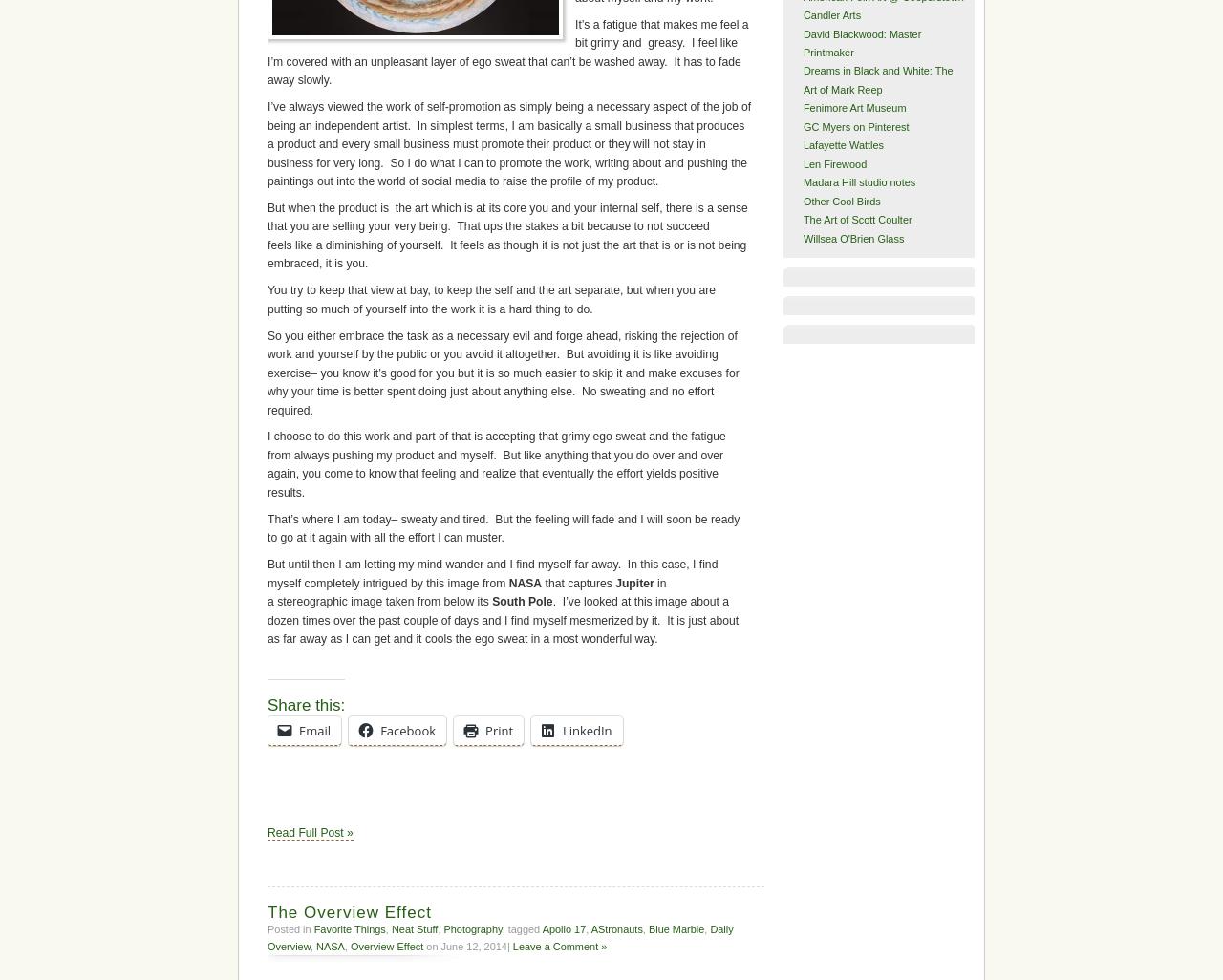 The image size is (1223, 980). Describe the element at coordinates (831, 15) in the screenshot. I see `'Candler Arts'` at that location.